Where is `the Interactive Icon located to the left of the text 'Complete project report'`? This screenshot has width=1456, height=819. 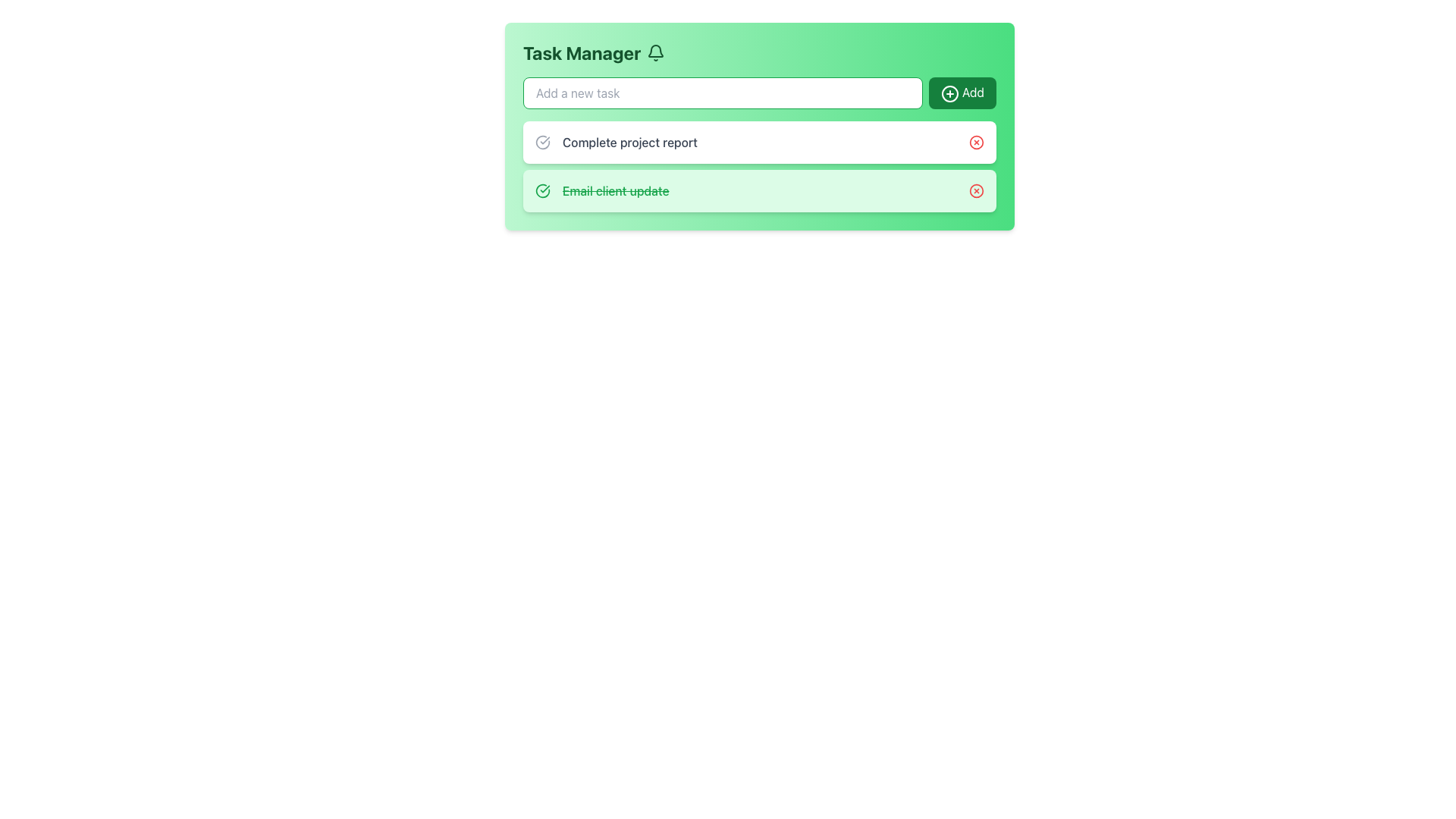
the Interactive Icon located to the left of the text 'Complete project report' is located at coordinates (542, 143).